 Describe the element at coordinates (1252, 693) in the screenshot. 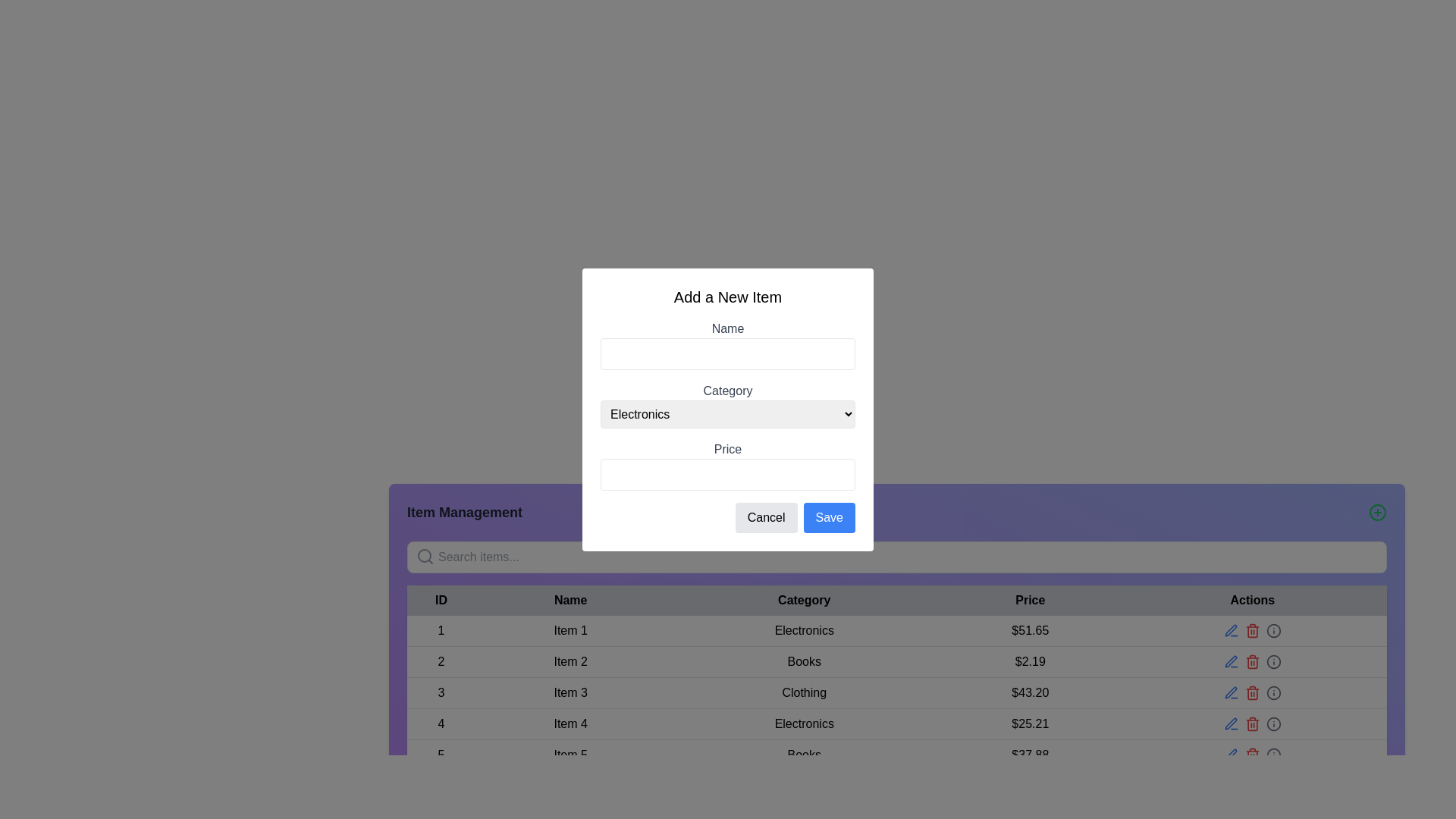

I see `the delete button in the 'Actions' column of the table row labeled '3', 'Item 3', 'Clothing', '$43.20'` at that location.